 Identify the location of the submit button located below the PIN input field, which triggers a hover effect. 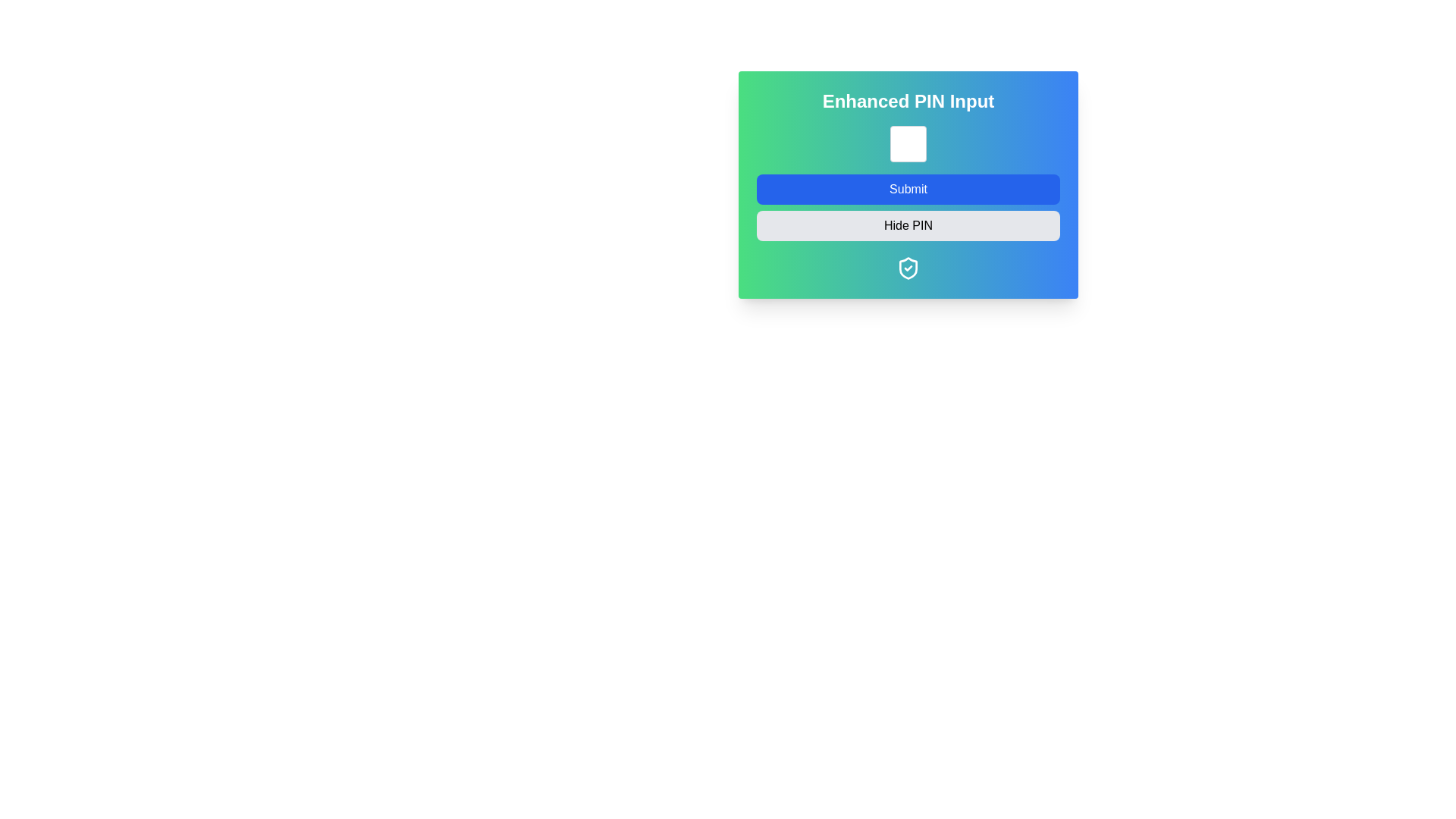
(908, 184).